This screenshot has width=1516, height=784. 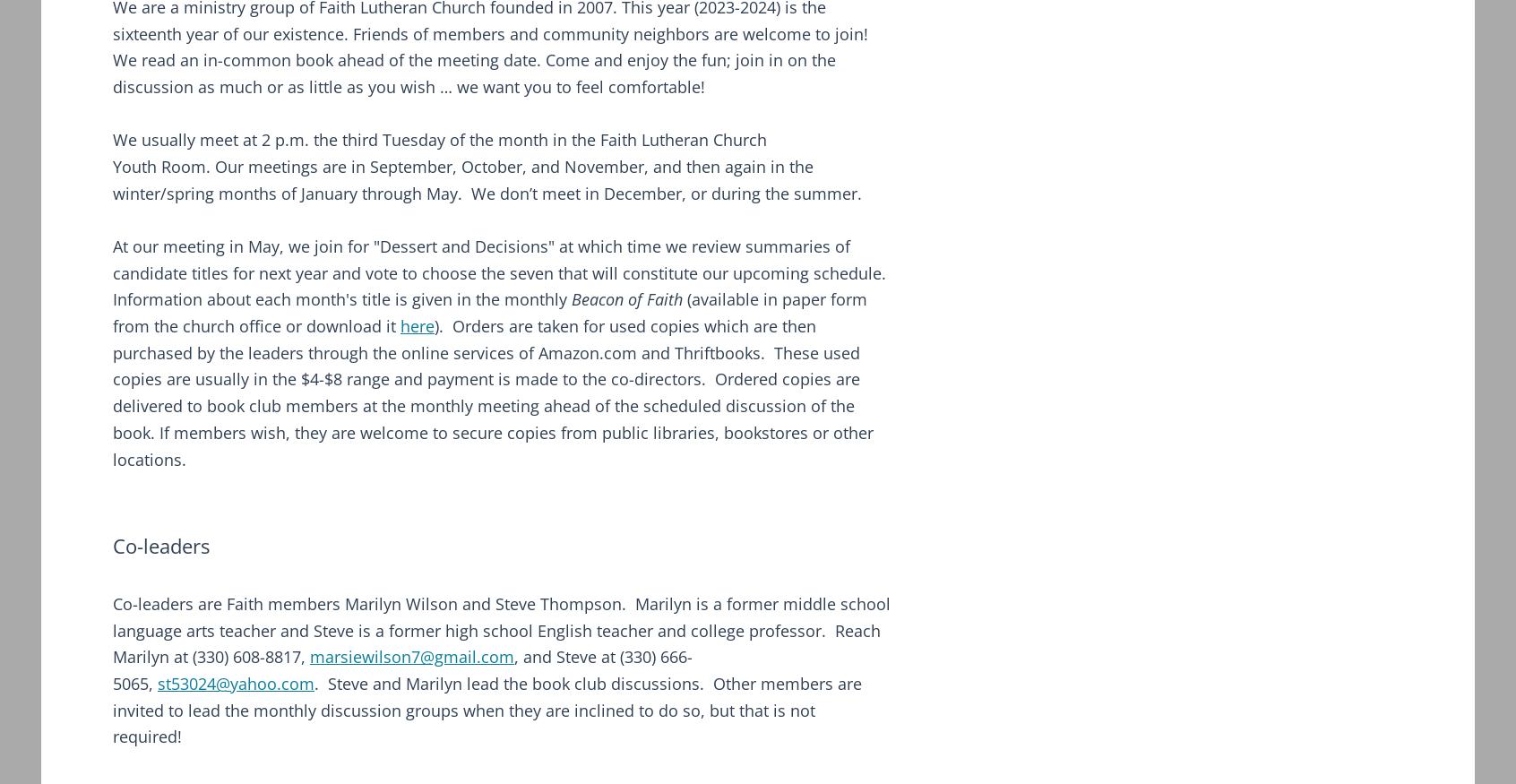 What do you see at coordinates (490, 313) in the screenshot?
I see `'(available in paper form from the church office or download it'` at bounding box center [490, 313].